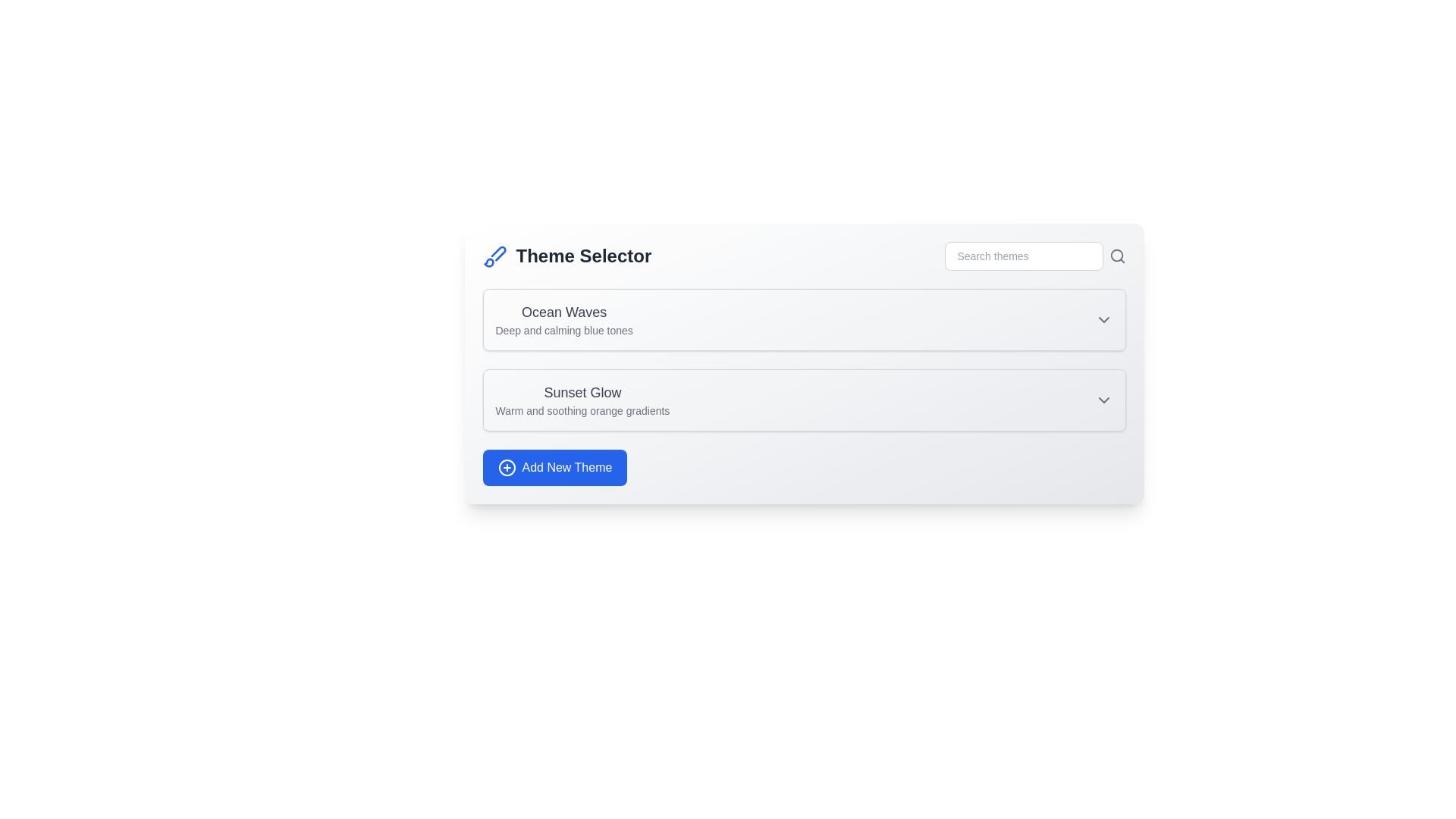  What do you see at coordinates (563, 318) in the screenshot?
I see `the text display component that shows the title and description of the selected theme option, located above the 'Sunset Glow' theme` at bounding box center [563, 318].